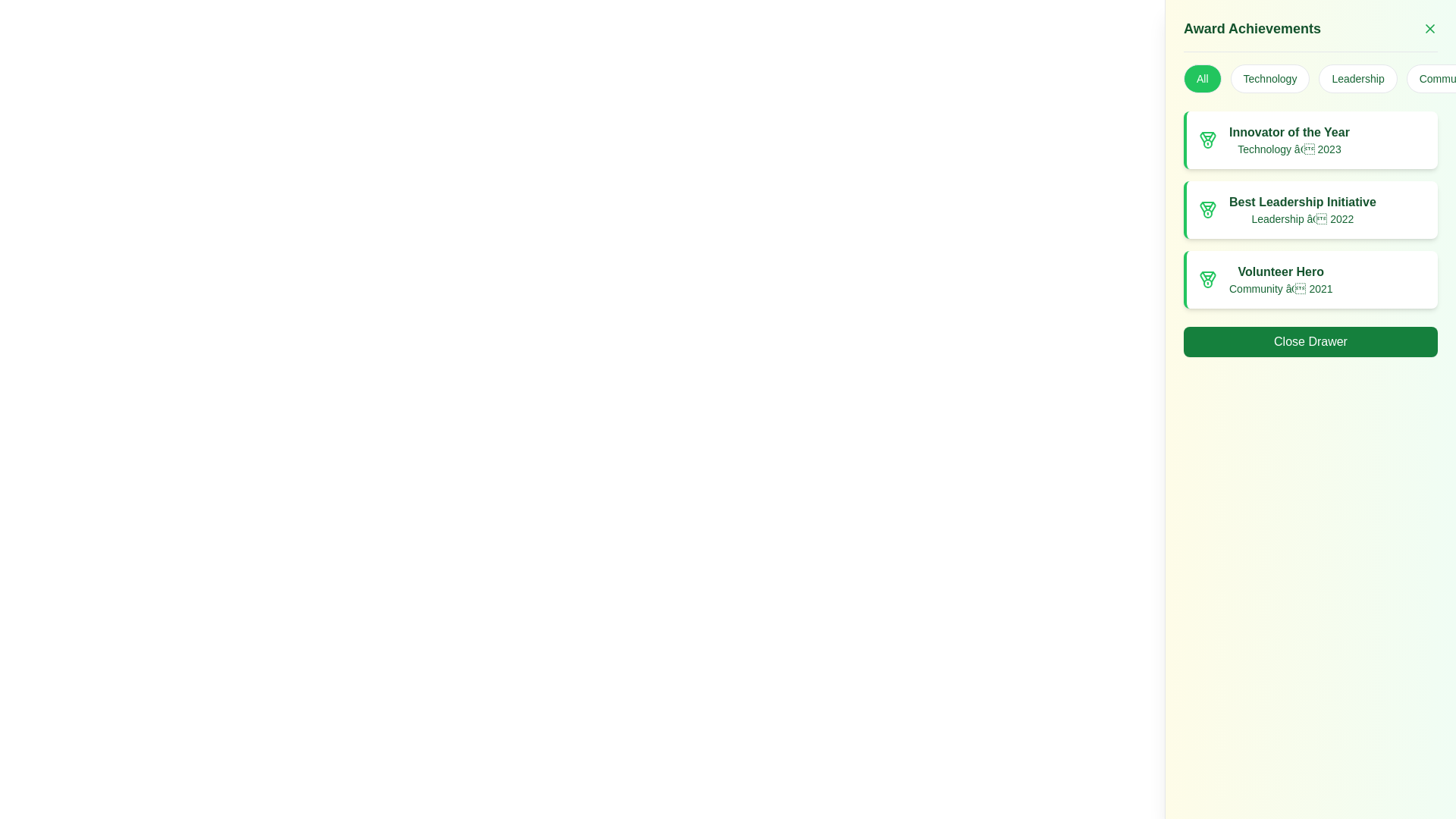 The image size is (1456, 819). What do you see at coordinates (1429, 29) in the screenshot?
I see `the small square button with a red border and a green 'X' icon located at the top right corner of the 'Award Achievements' section` at bounding box center [1429, 29].